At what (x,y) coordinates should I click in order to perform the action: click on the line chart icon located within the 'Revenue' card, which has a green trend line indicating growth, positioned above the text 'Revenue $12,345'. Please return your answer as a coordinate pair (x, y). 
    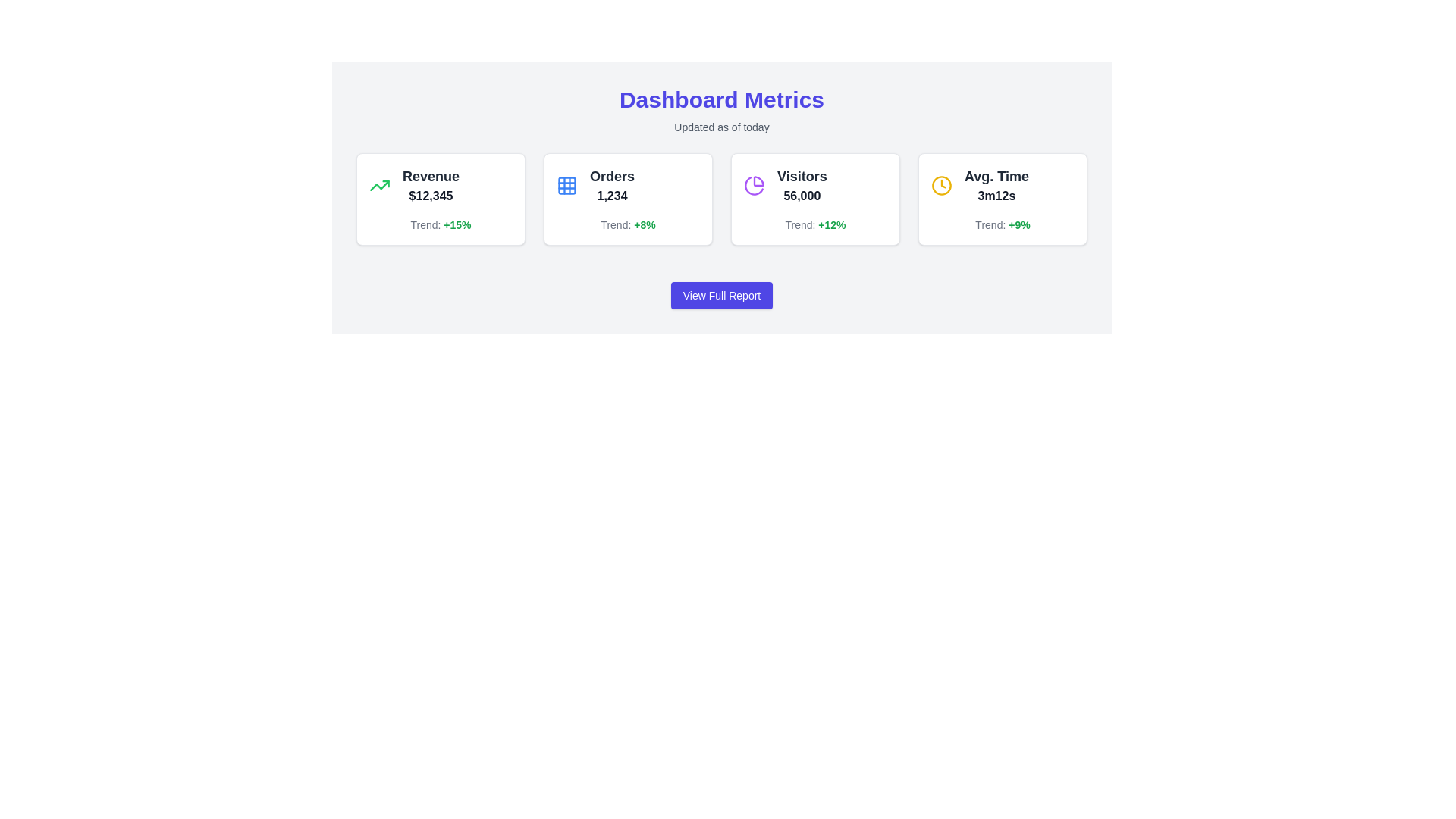
    Looking at the image, I should click on (379, 185).